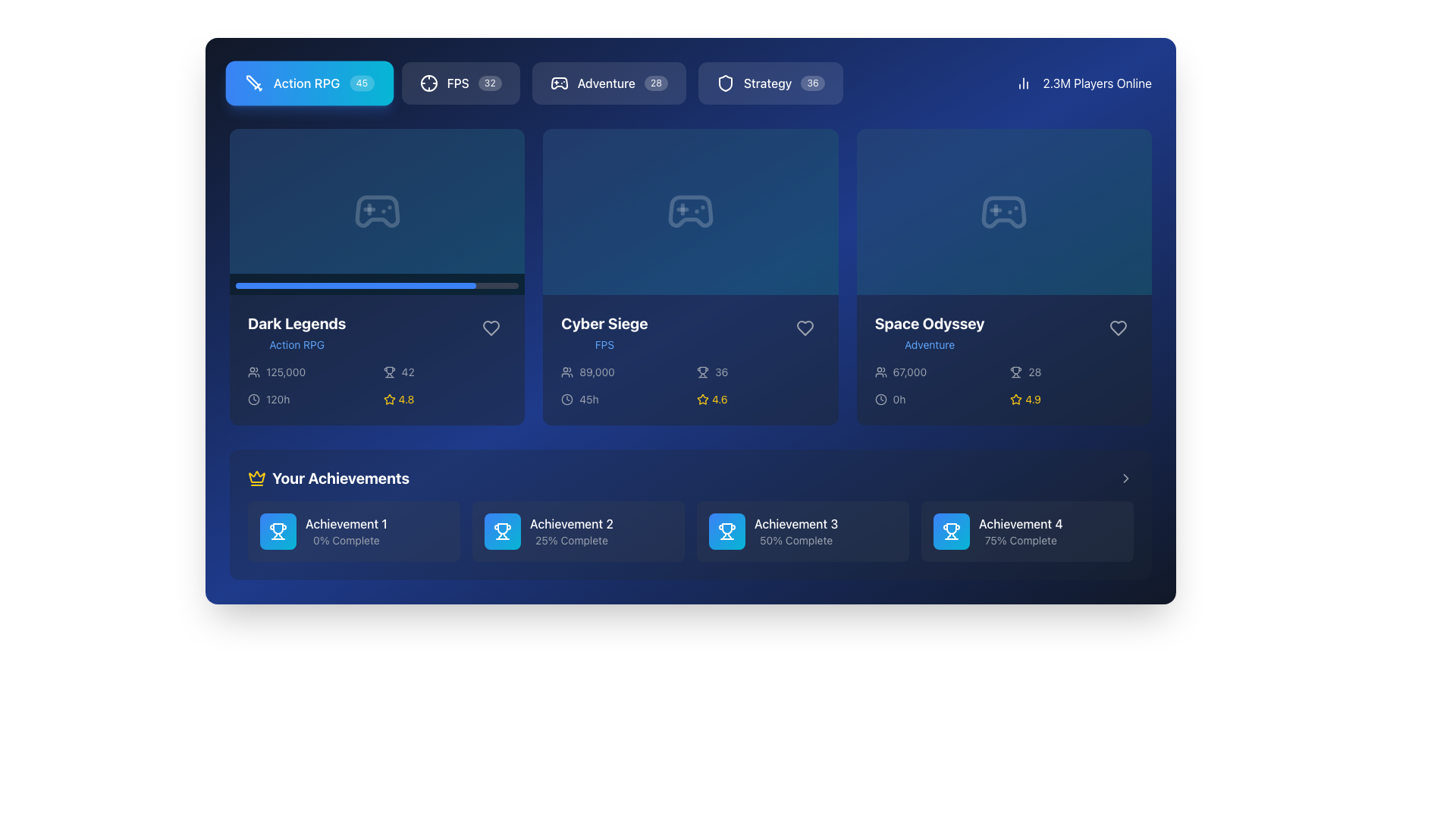  What do you see at coordinates (604, 332) in the screenshot?
I see `the label displaying 'Cyber Siege' in large, bold, white letters with 'FPS' in smaller, blue letters, located in the center of the second card from the left` at bounding box center [604, 332].